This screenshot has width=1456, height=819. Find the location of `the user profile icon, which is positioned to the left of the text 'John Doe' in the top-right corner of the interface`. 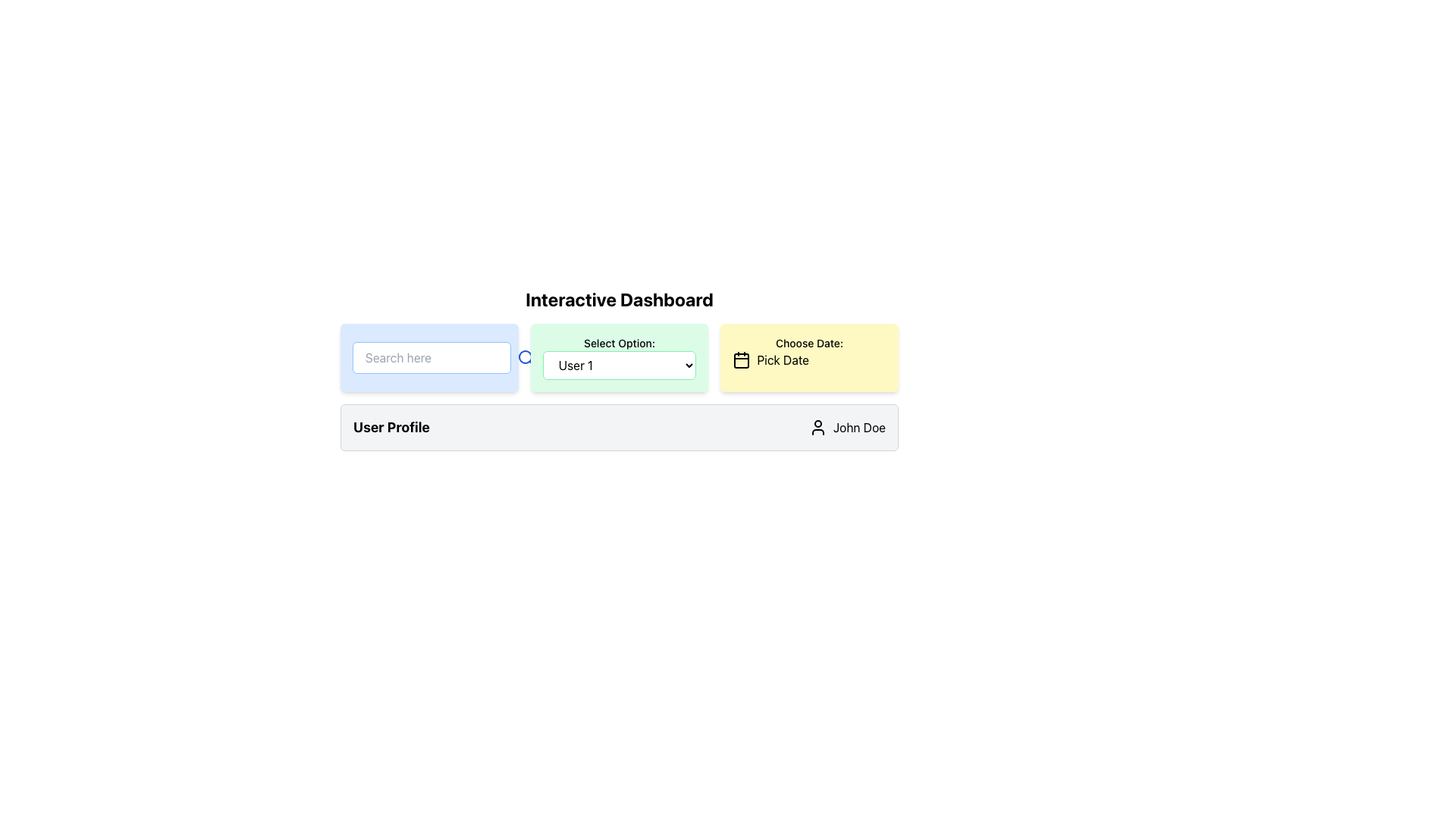

the user profile icon, which is positioned to the left of the text 'John Doe' in the top-right corner of the interface is located at coordinates (817, 427).